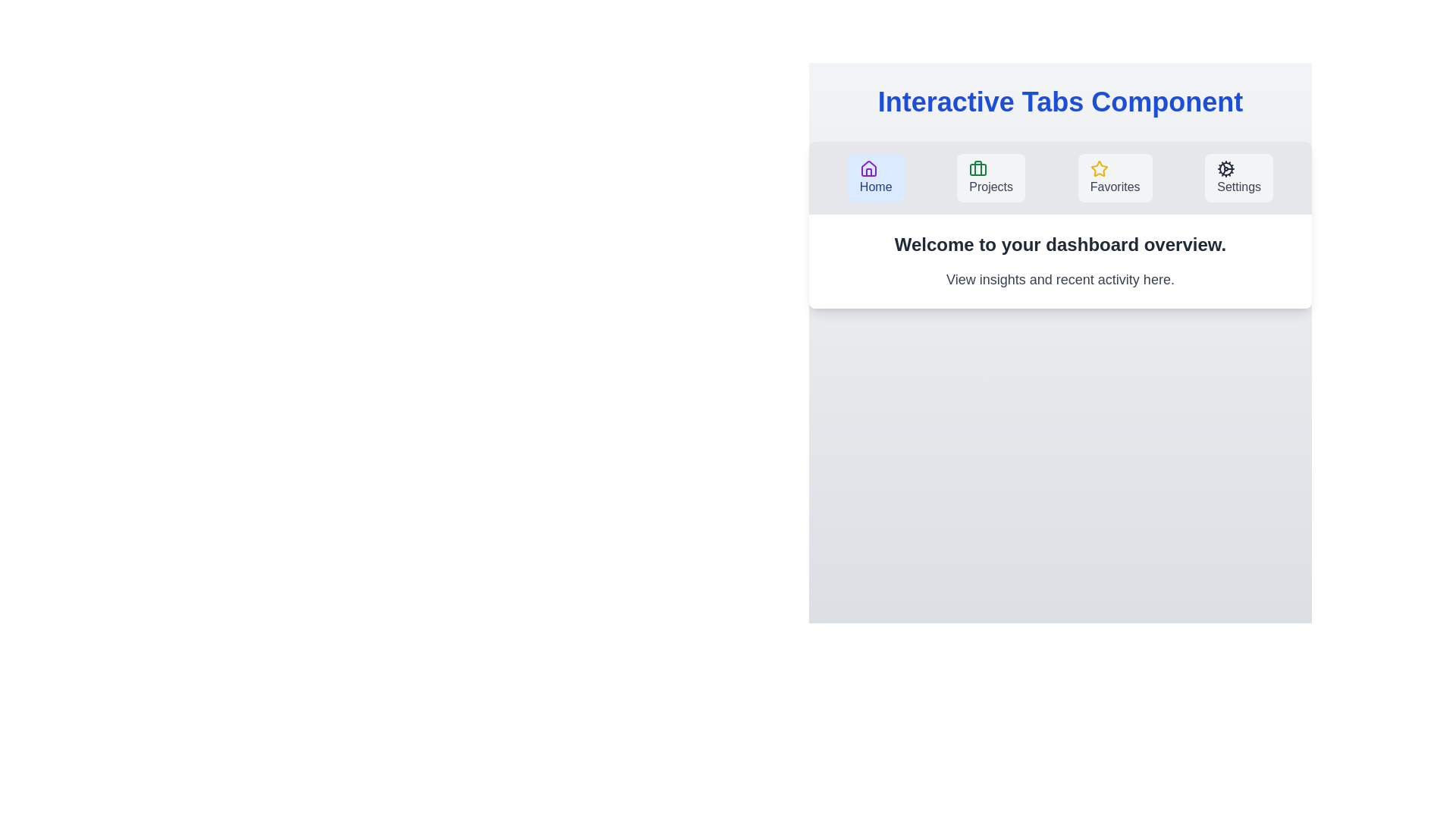 Image resolution: width=1456 pixels, height=819 pixels. I want to click on the Home tab by clicking on its button, so click(876, 177).